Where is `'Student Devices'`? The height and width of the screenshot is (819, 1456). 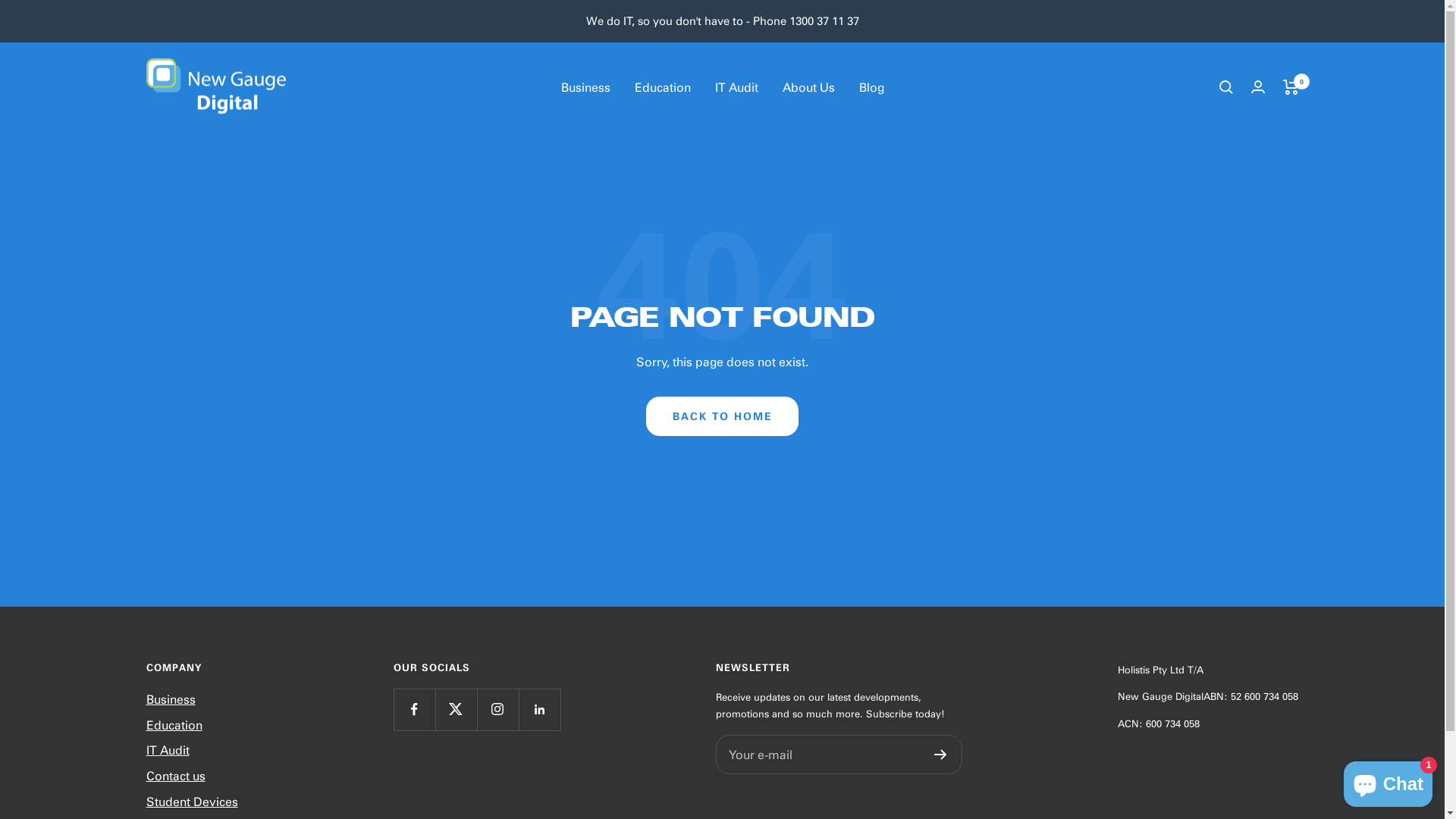 'Student Devices' is located at coordinates (146, 800).